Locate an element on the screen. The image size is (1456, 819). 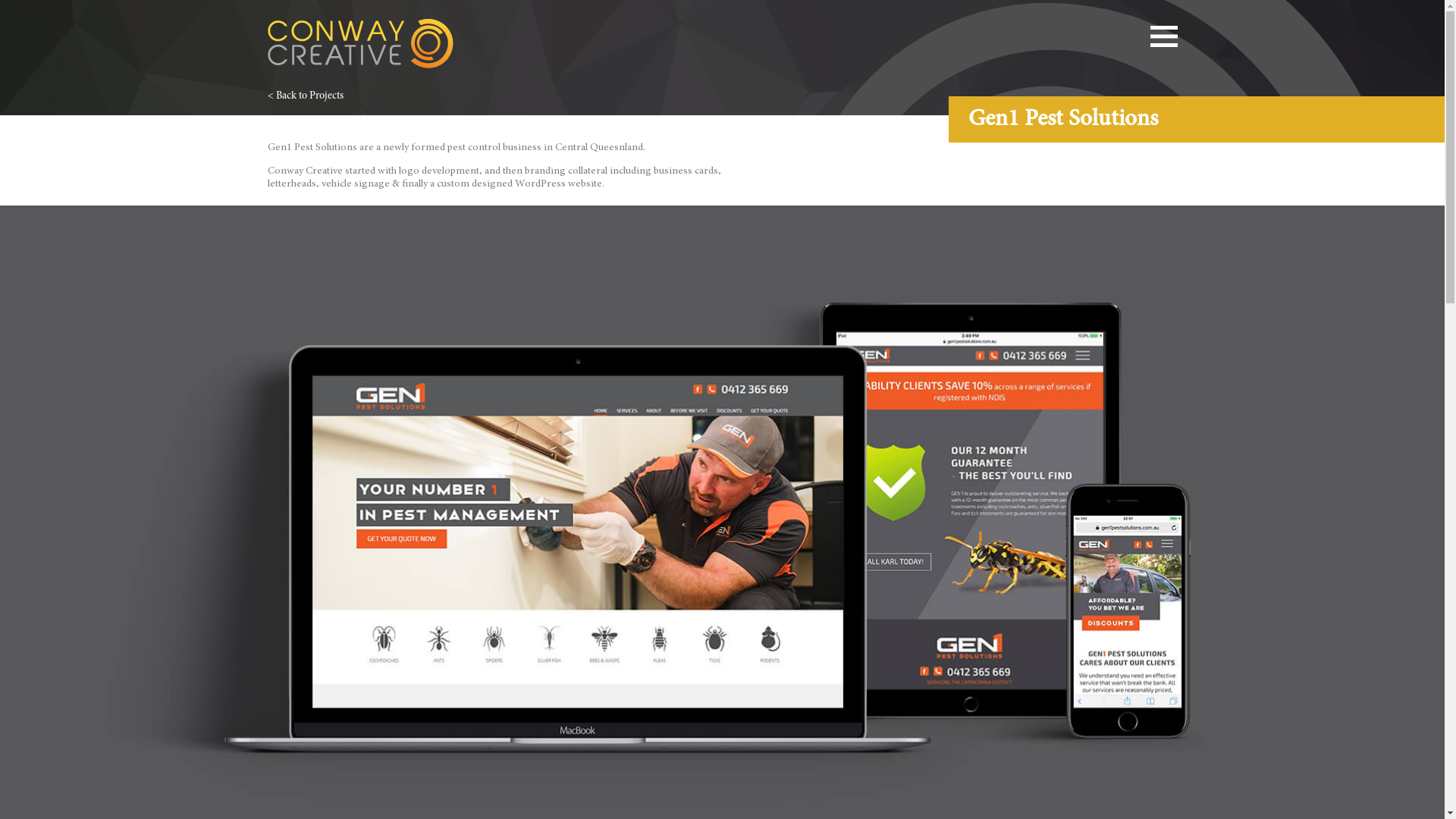
'< Back to Projects' is located at coordinates (266, 96).